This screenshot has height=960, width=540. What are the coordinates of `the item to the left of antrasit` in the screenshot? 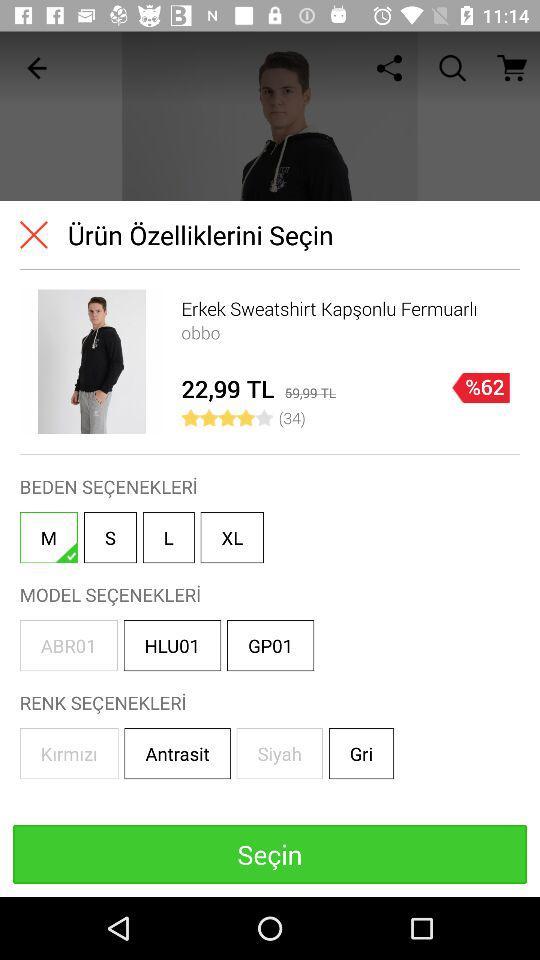 It's located at (68, 752).